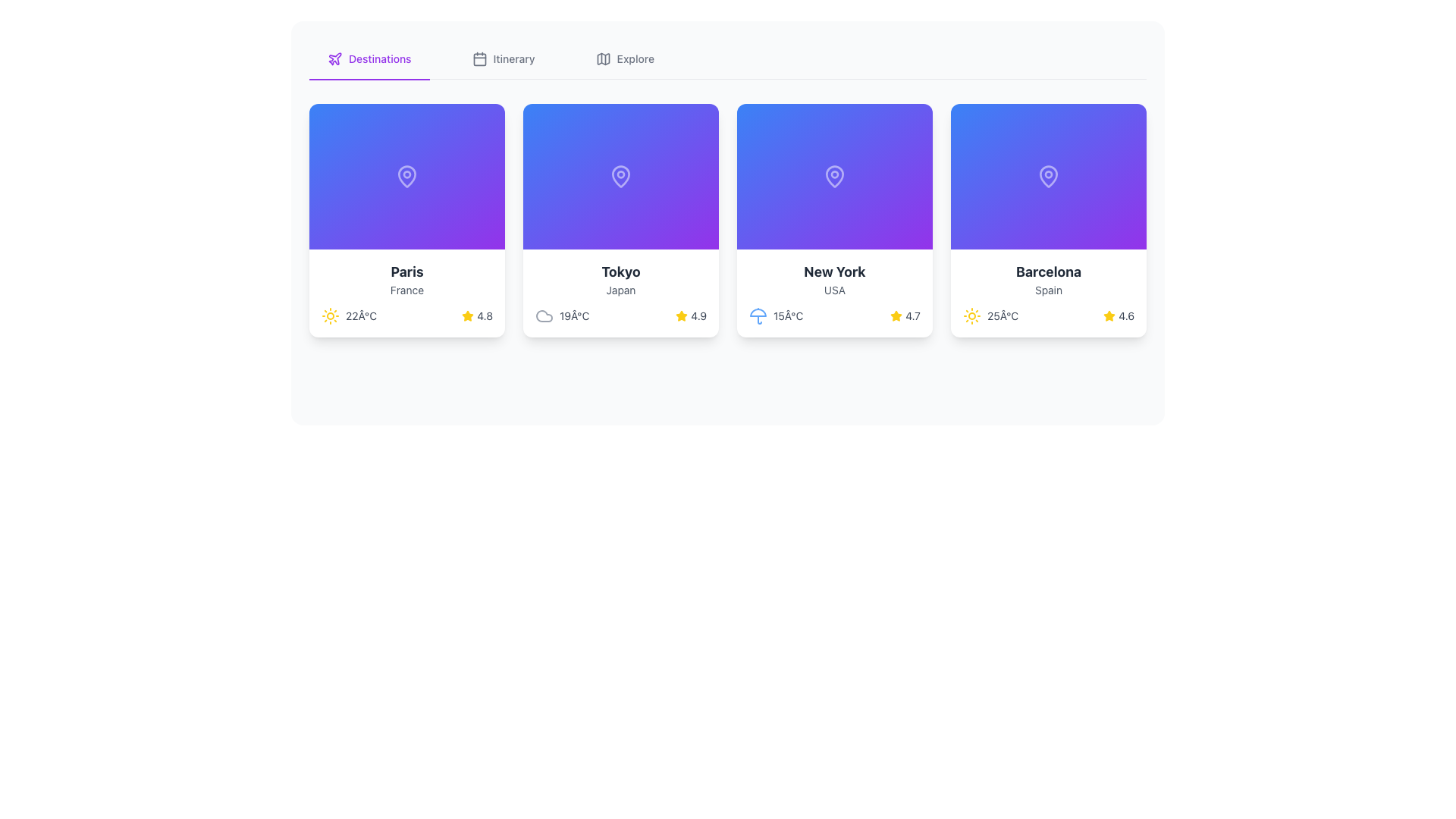 This screenshot has height=819, width=1456. What do you see at coordinates (1119, 315) in the screenshot?
I see `the rating display element, which consists of a yellow star icon and the text '4.6', located in the lower right section of the rightmost card adjacent to '25°C'` at bounding box center [1119, 315].